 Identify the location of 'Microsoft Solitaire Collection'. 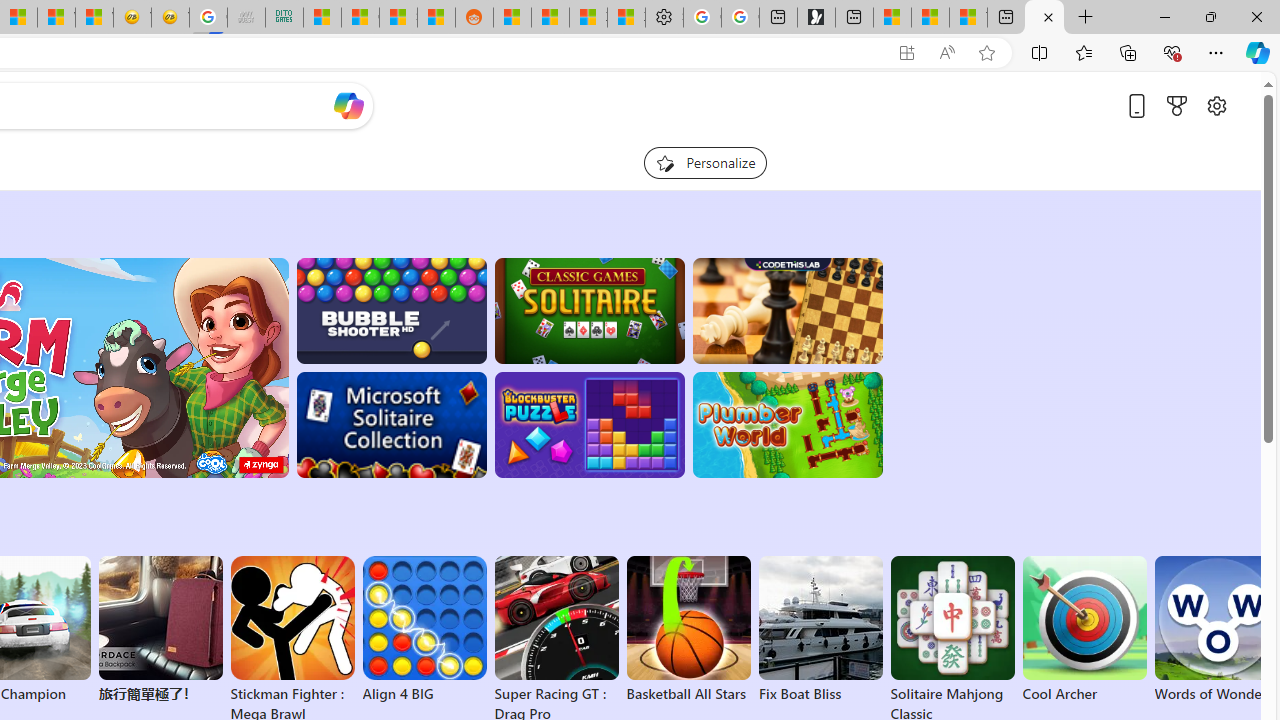
(391, 424).